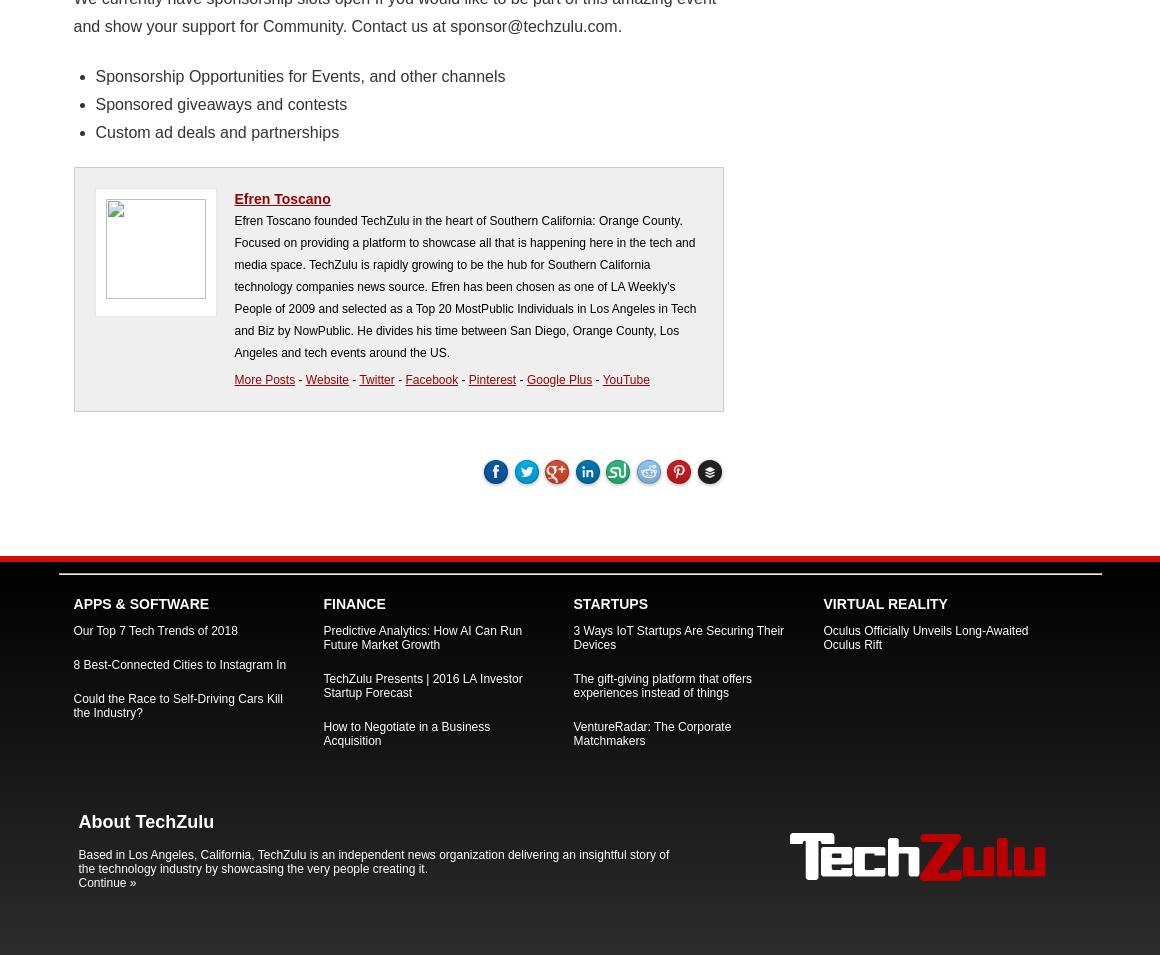  What do you see at coordinates (559, 378) in the screenshot?
I see `'Google Plus'` at bounding box center [559, 378].